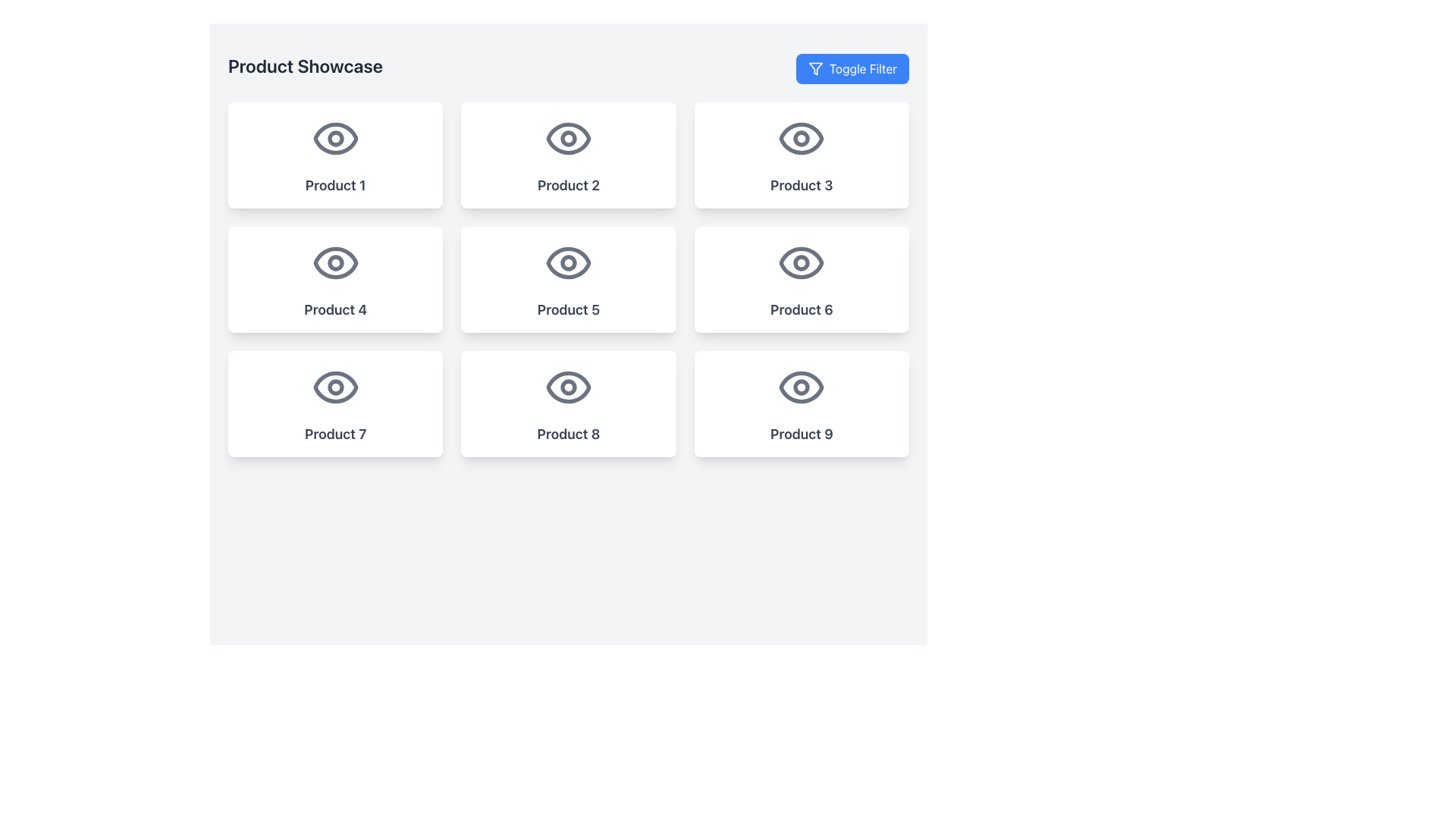  Describe the element at coordinates (567, 138) in the screenshot. I see `the eye icon located at the center top of the card labeled 'Product 2'` at that location.